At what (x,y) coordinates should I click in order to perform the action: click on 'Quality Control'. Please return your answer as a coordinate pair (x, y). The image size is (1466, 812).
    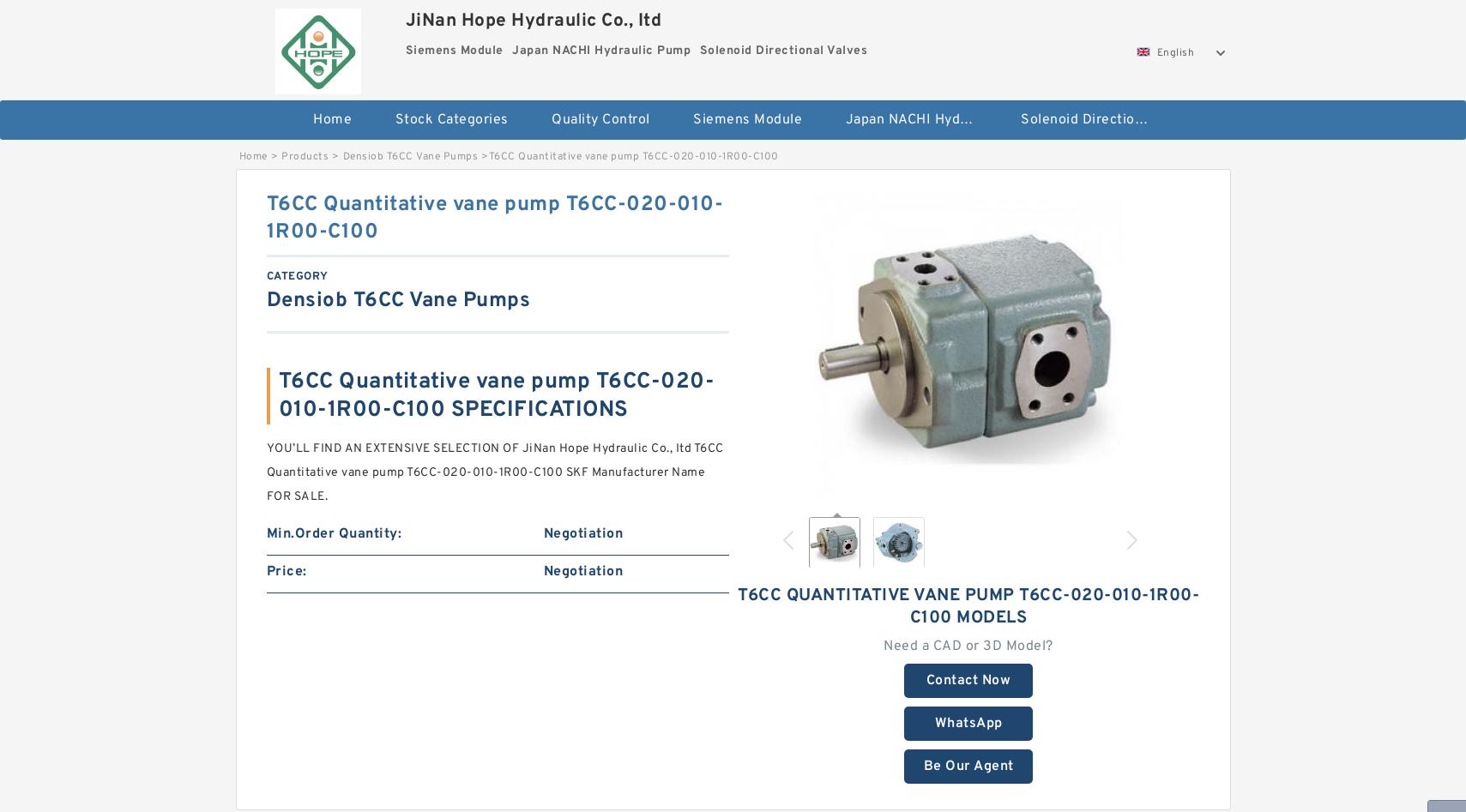
    Looking at the image, I should click on (600, 118).